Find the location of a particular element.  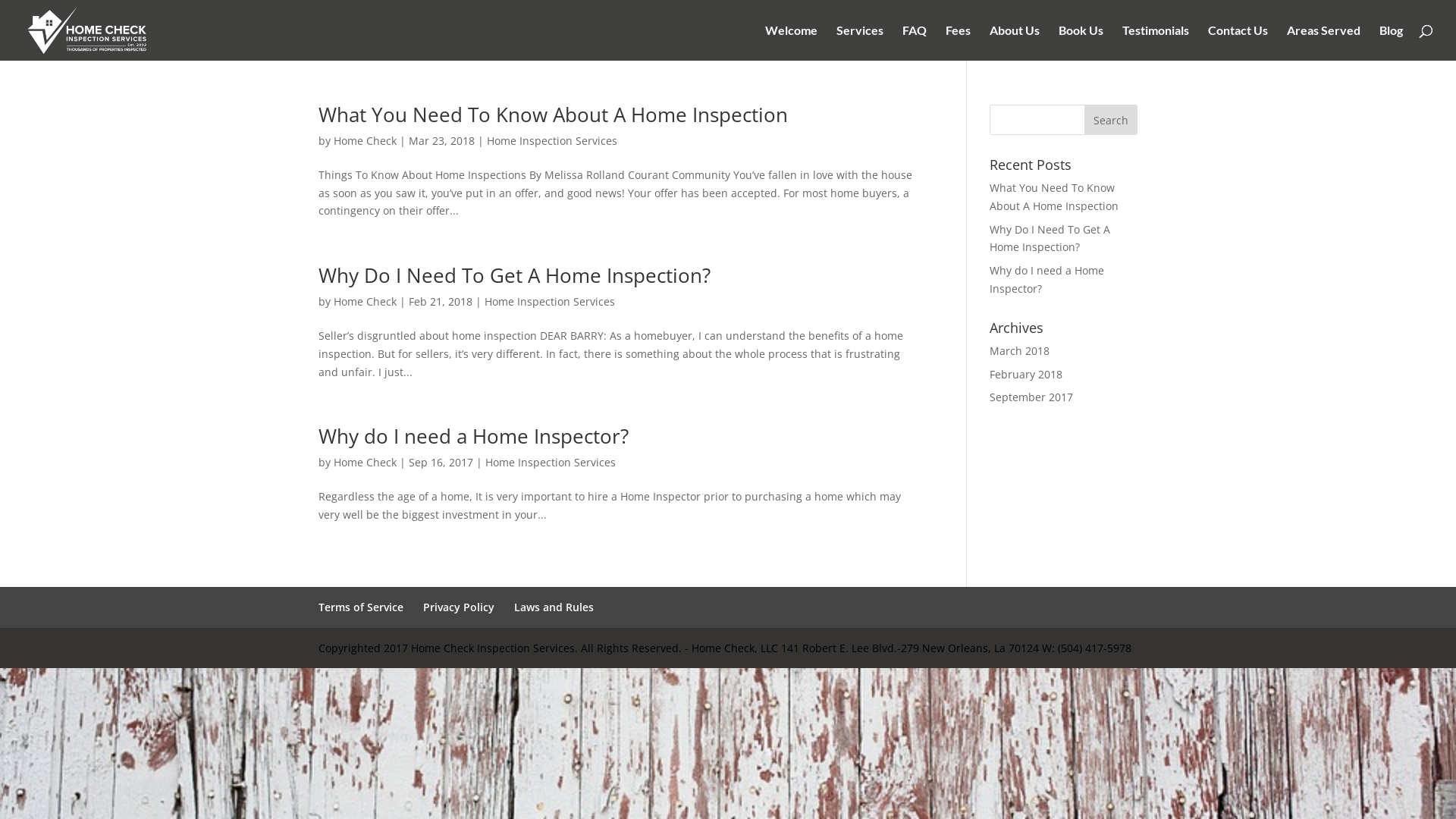

'Privacy Policy' is located at coordinates (457, 606).